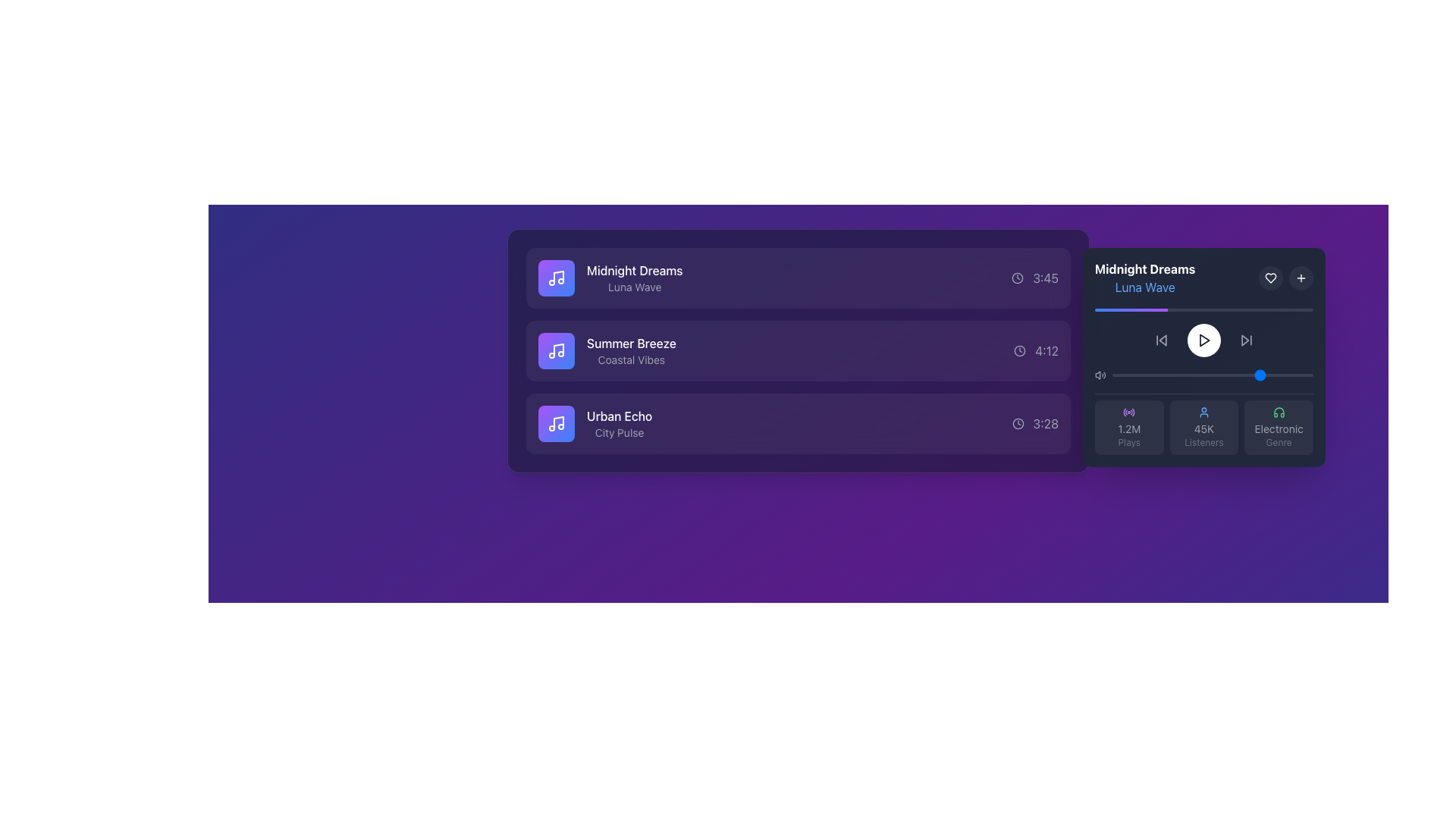 The width and height of the screenshot is (1456, 819). Describe the element at coordinates (797, 278) in the screenshot. I see `the first song in the playlist, which is represented by a list item in the left section of the interface` at that location.